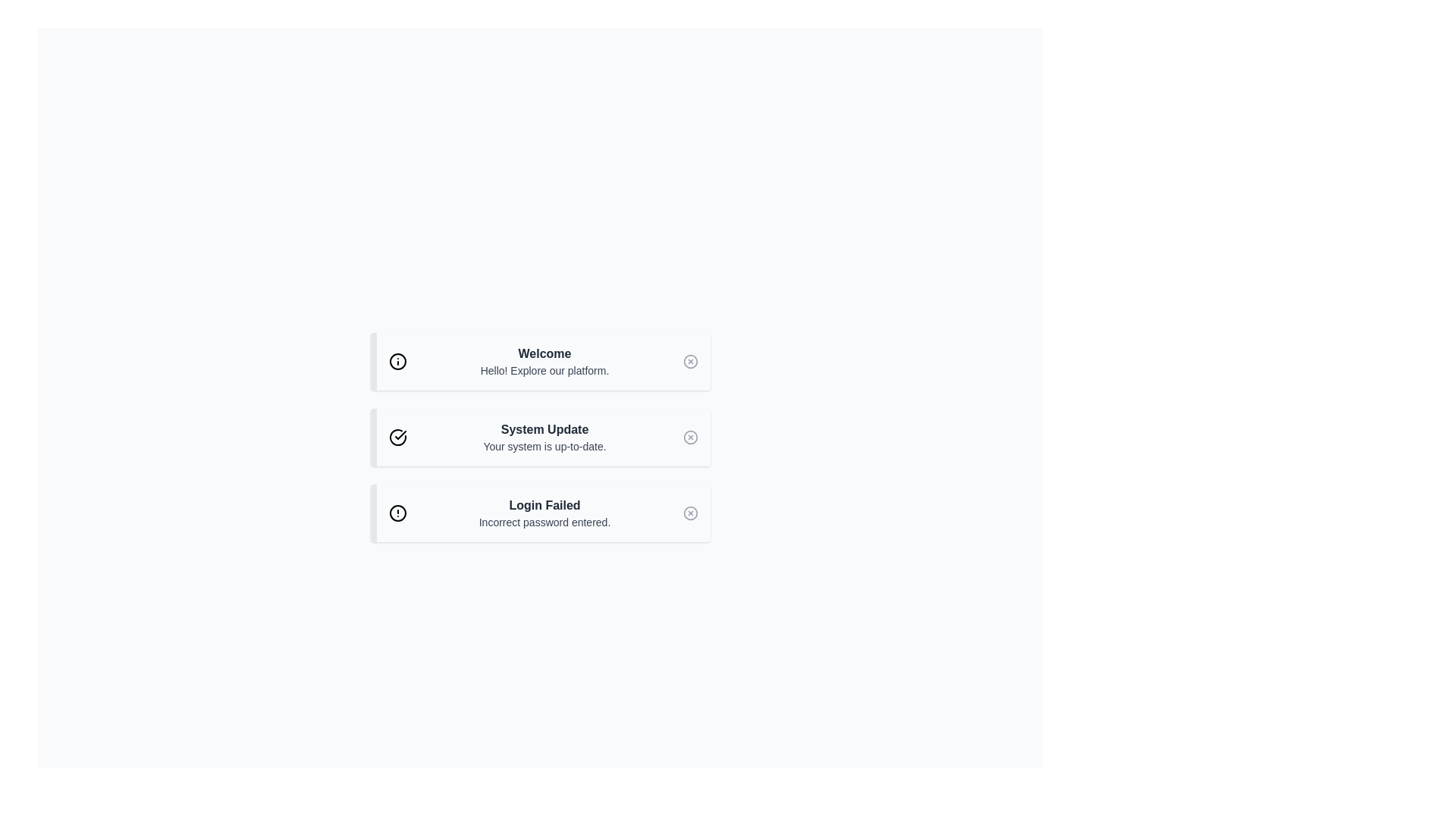 Image resolution: width=1456 pixels, height=819 pixels. I want to click on the circular graphic with a radius of 10 units, located to the right of the 'Welcome' label, which is part of the 'X' icon for closure or delete action, so click(689, 362).